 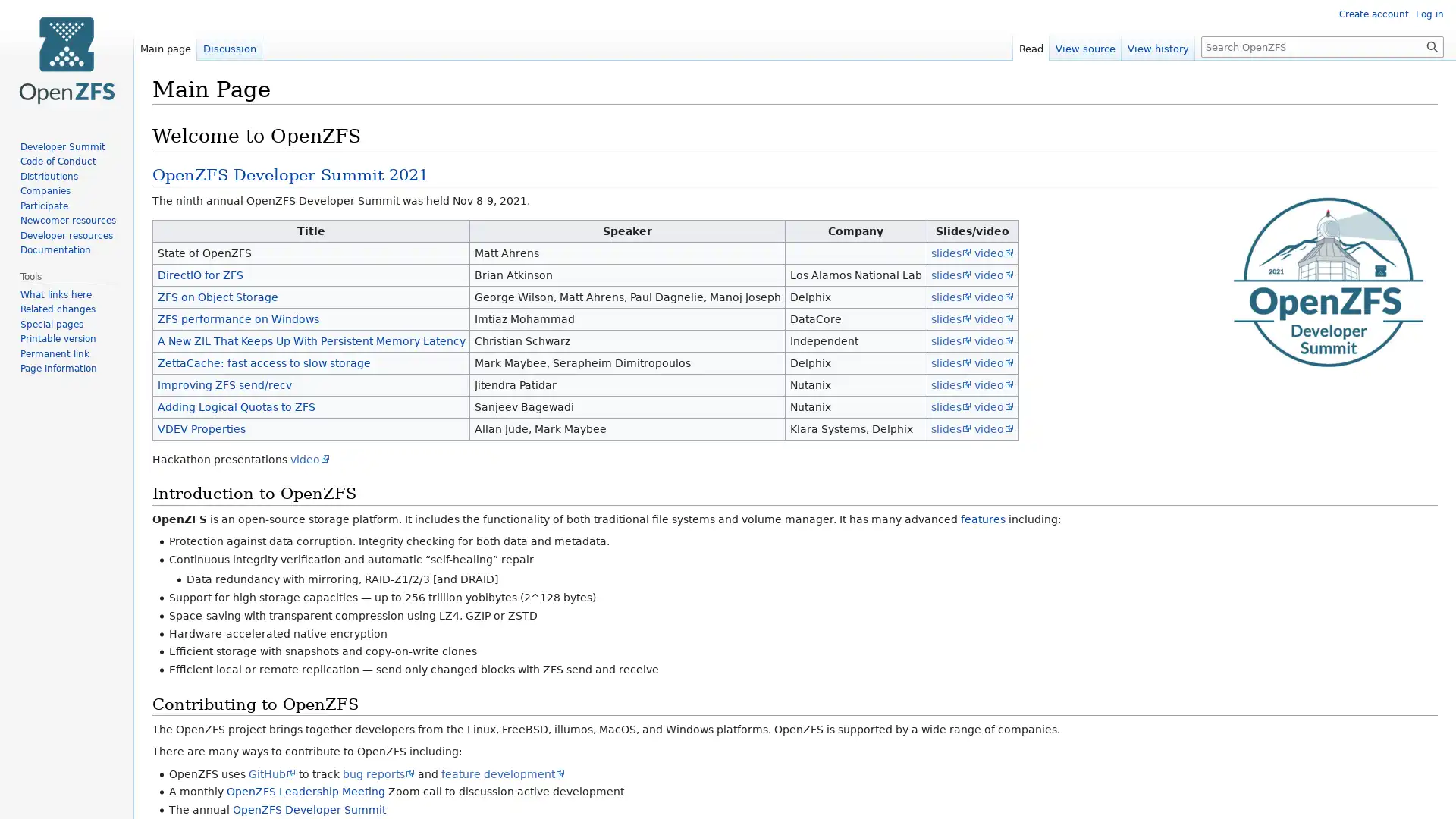 What do you see at coordinates (1432, 45) in the screenshot?
I see `Go` at bounding box center [1432, 45].